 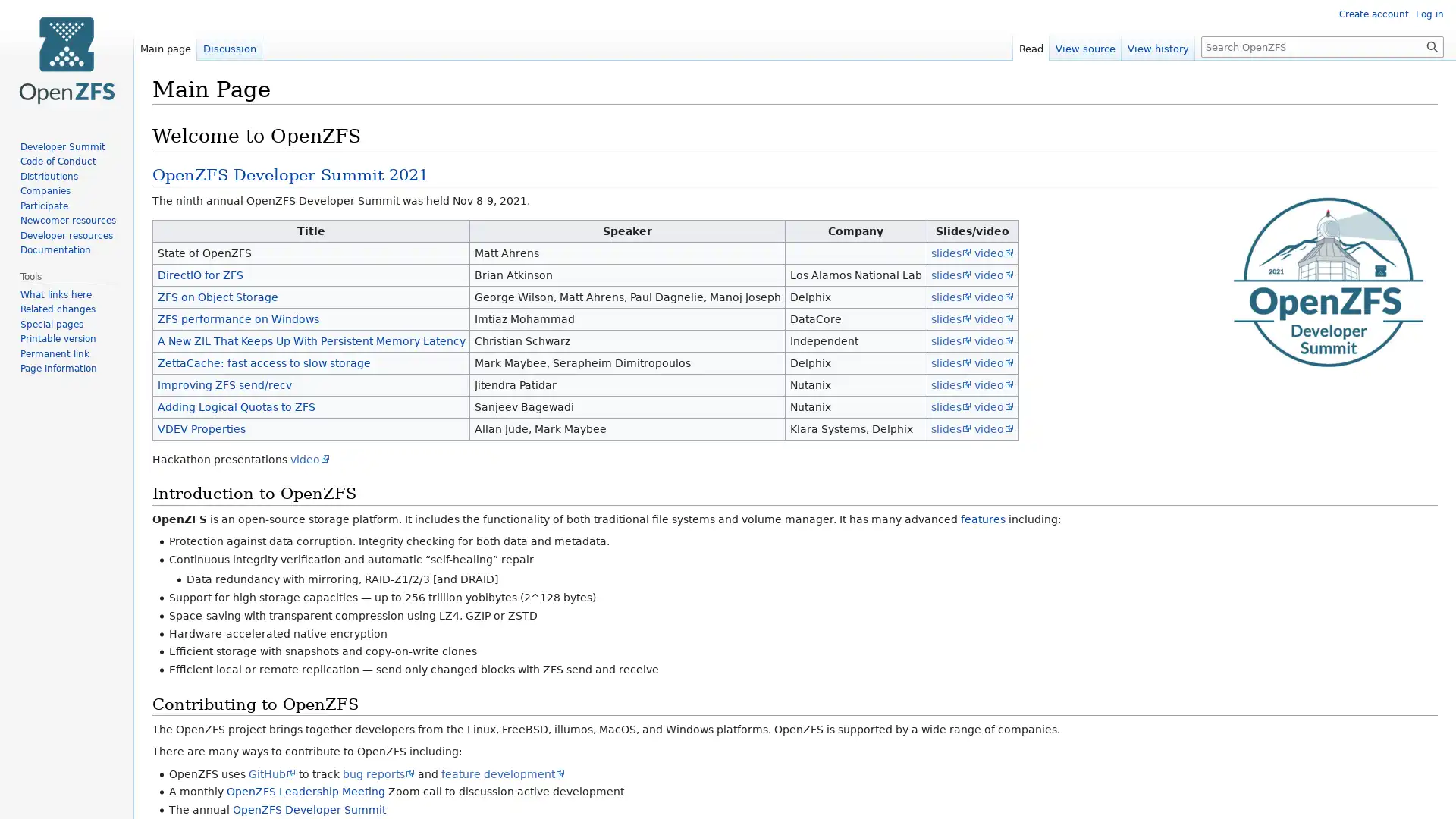 What do you see at coordinates (1432, 45) in the screenshot?
I see `Go` at bounding box center [1432, 45].